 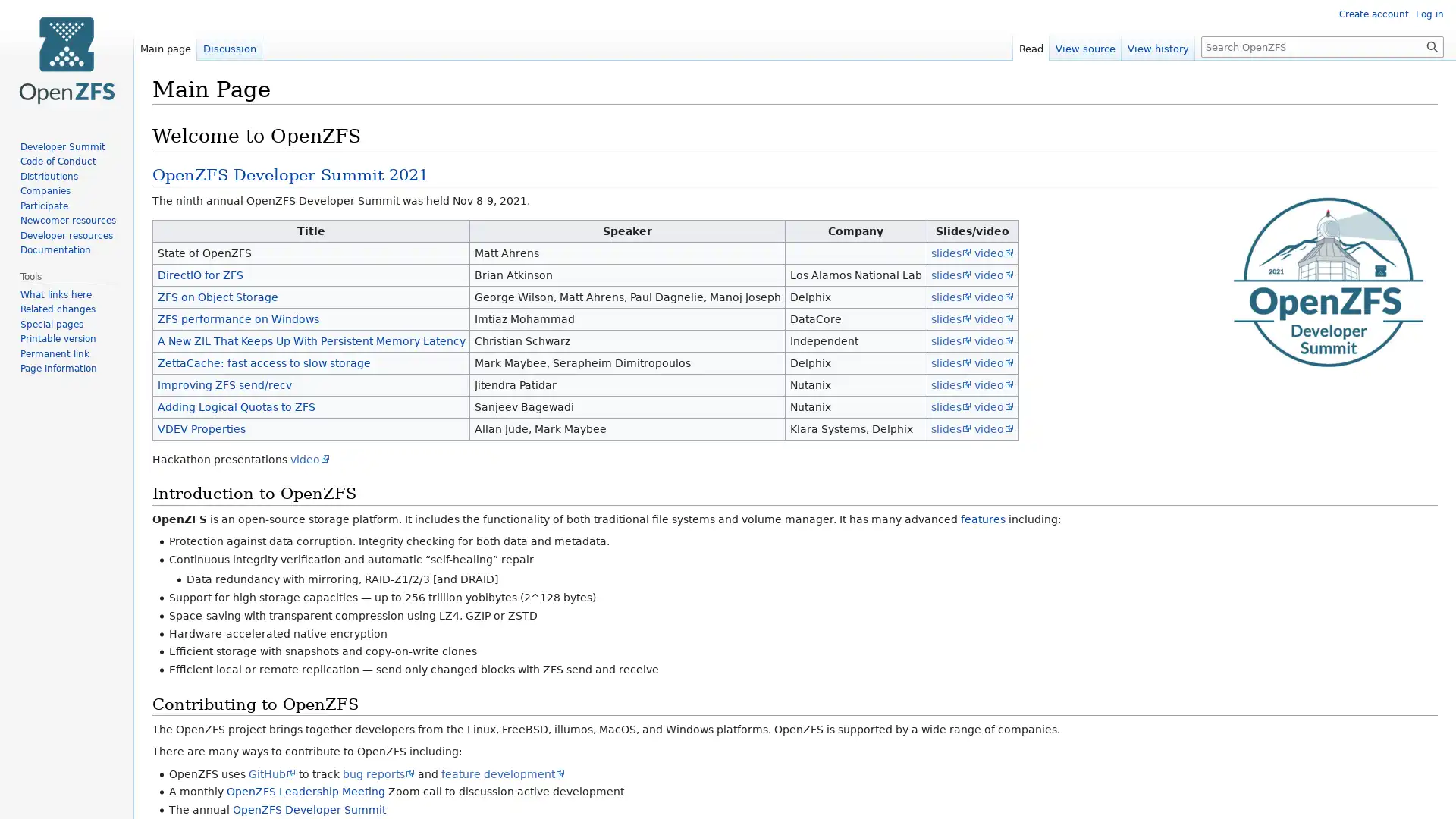 What do you see at coordinates (1432, 45) in the screenshot?
I see `Go` at bounding box center [1432, 45].